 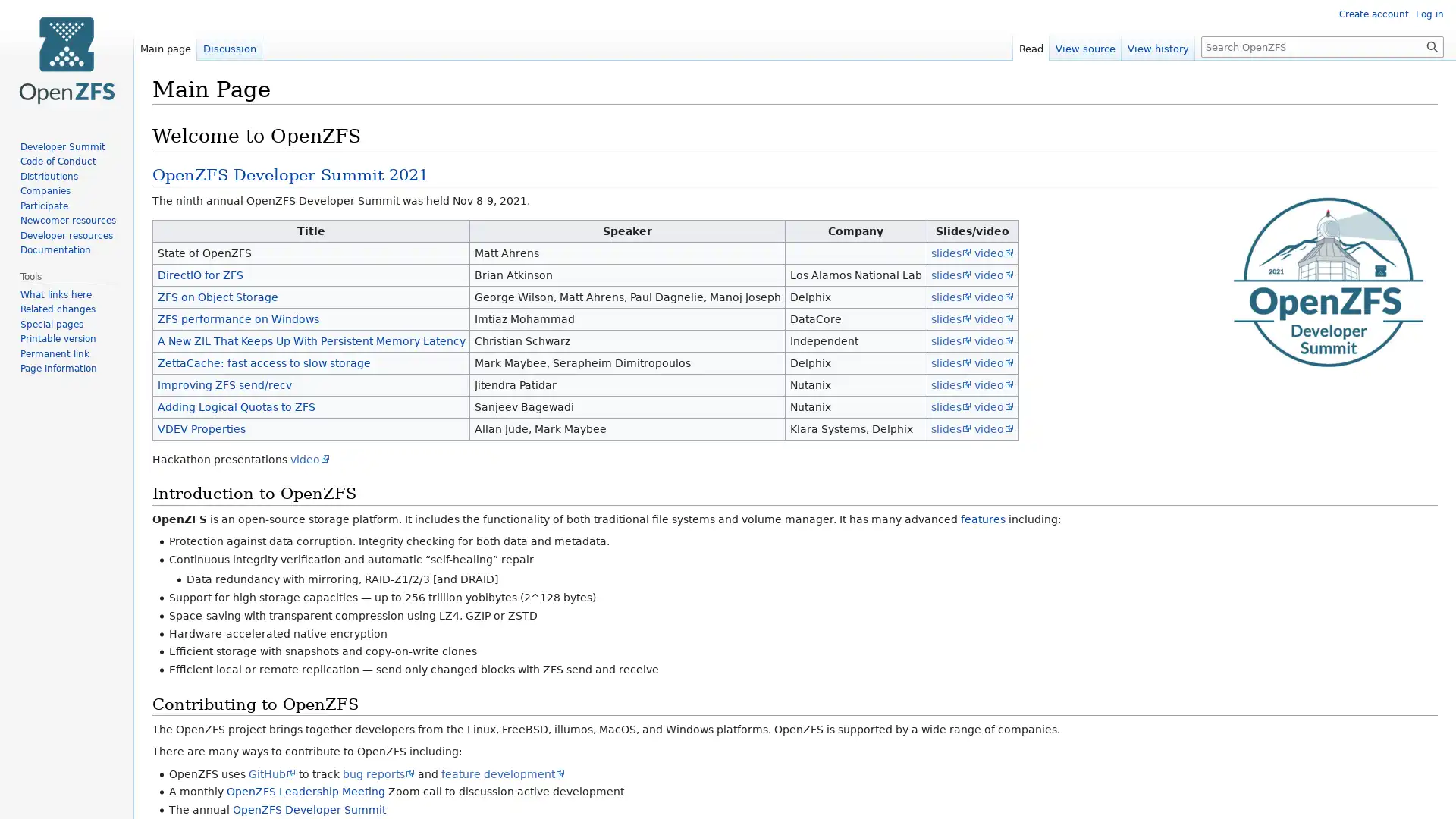 What do you see at coordinates (1432, 45) in the screenshot?
I see `Go` at bounding box center [1432, 45].